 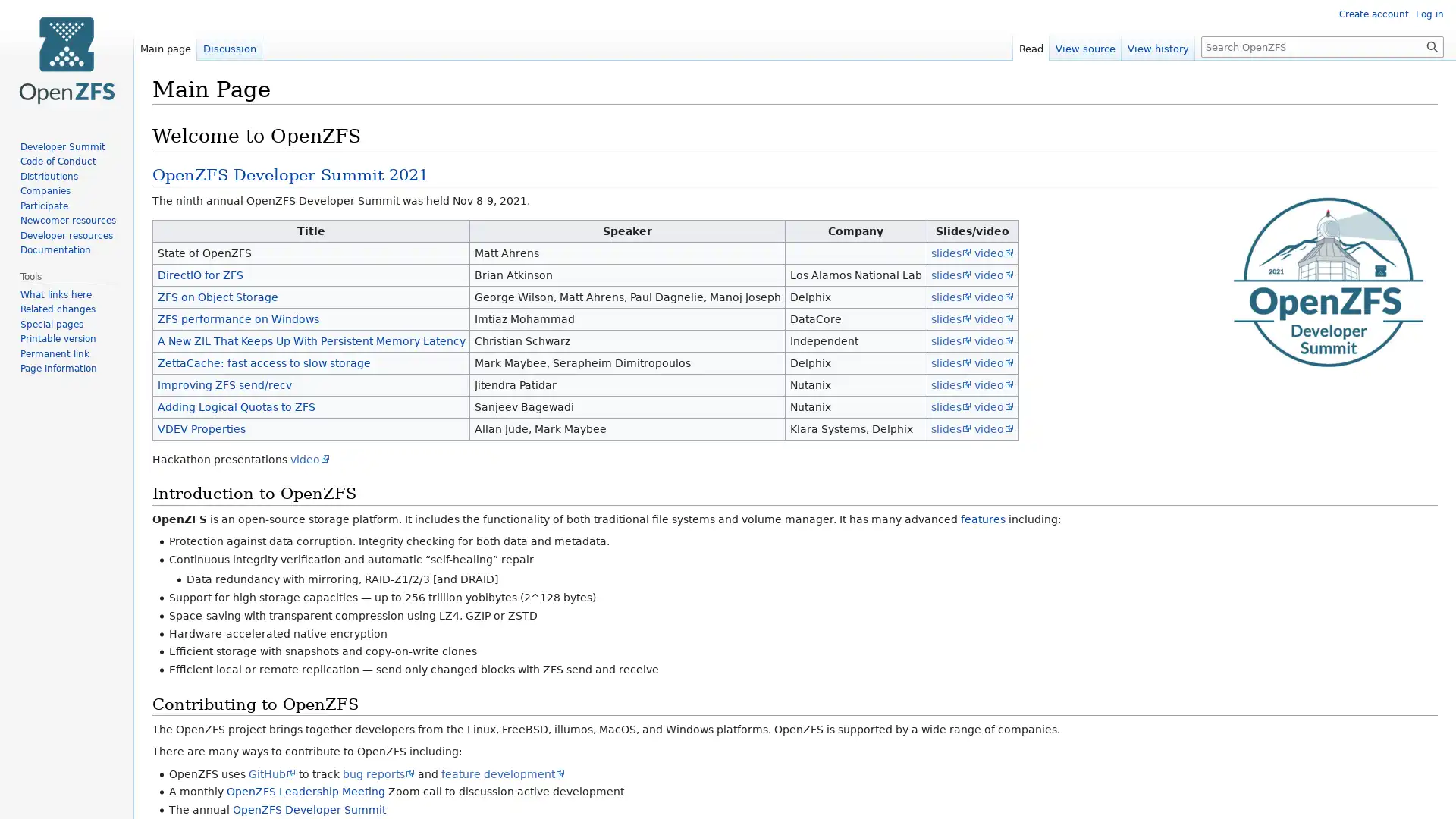 What do you see at coordinates (1432, 45) in the screenshot?
I see `Go` at bounding box center [1432, 45].